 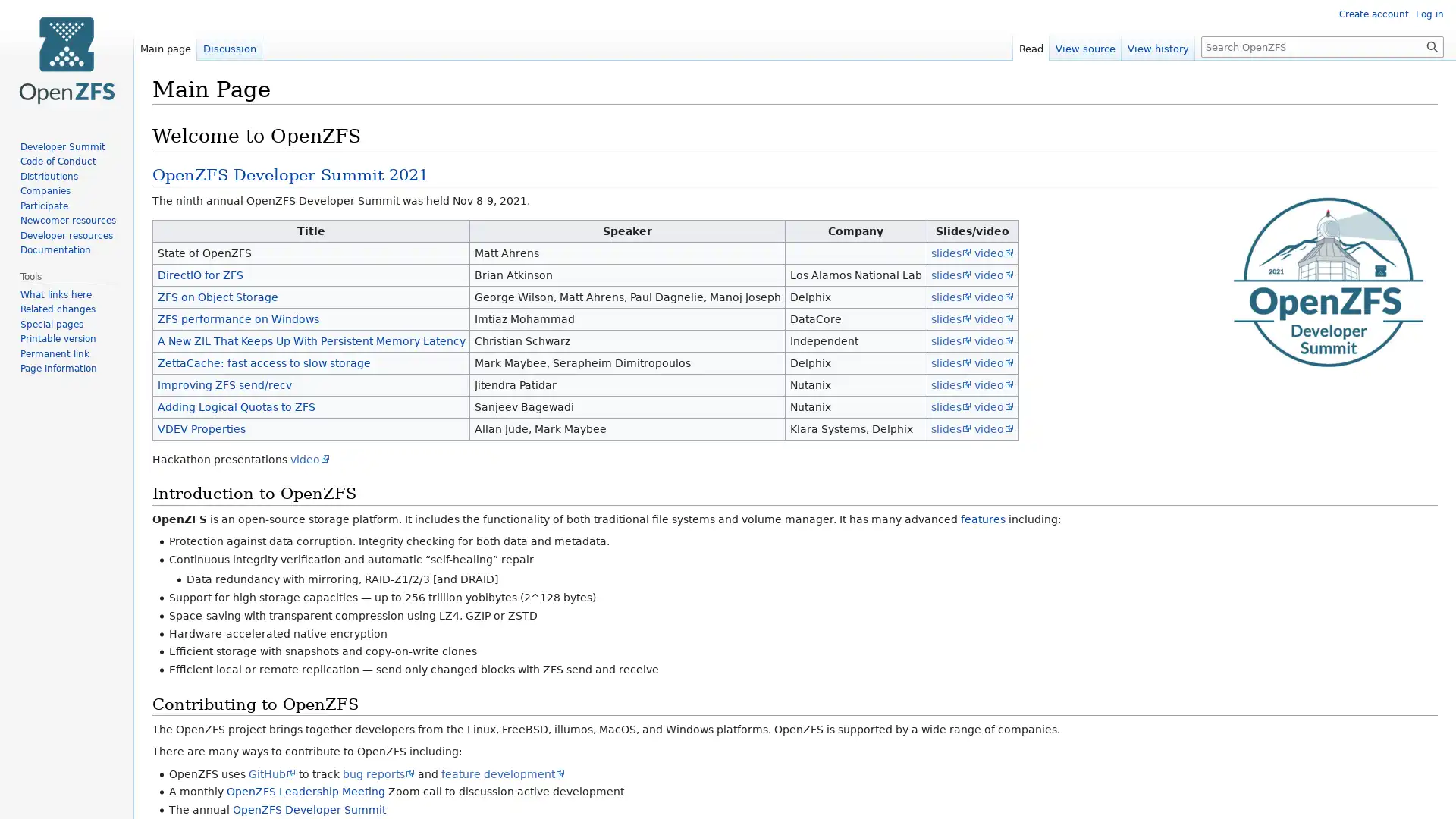 What do you see at coordinates (1432, 45) in the screenshot?
I see `Go` at bounding box center [1432, 45].